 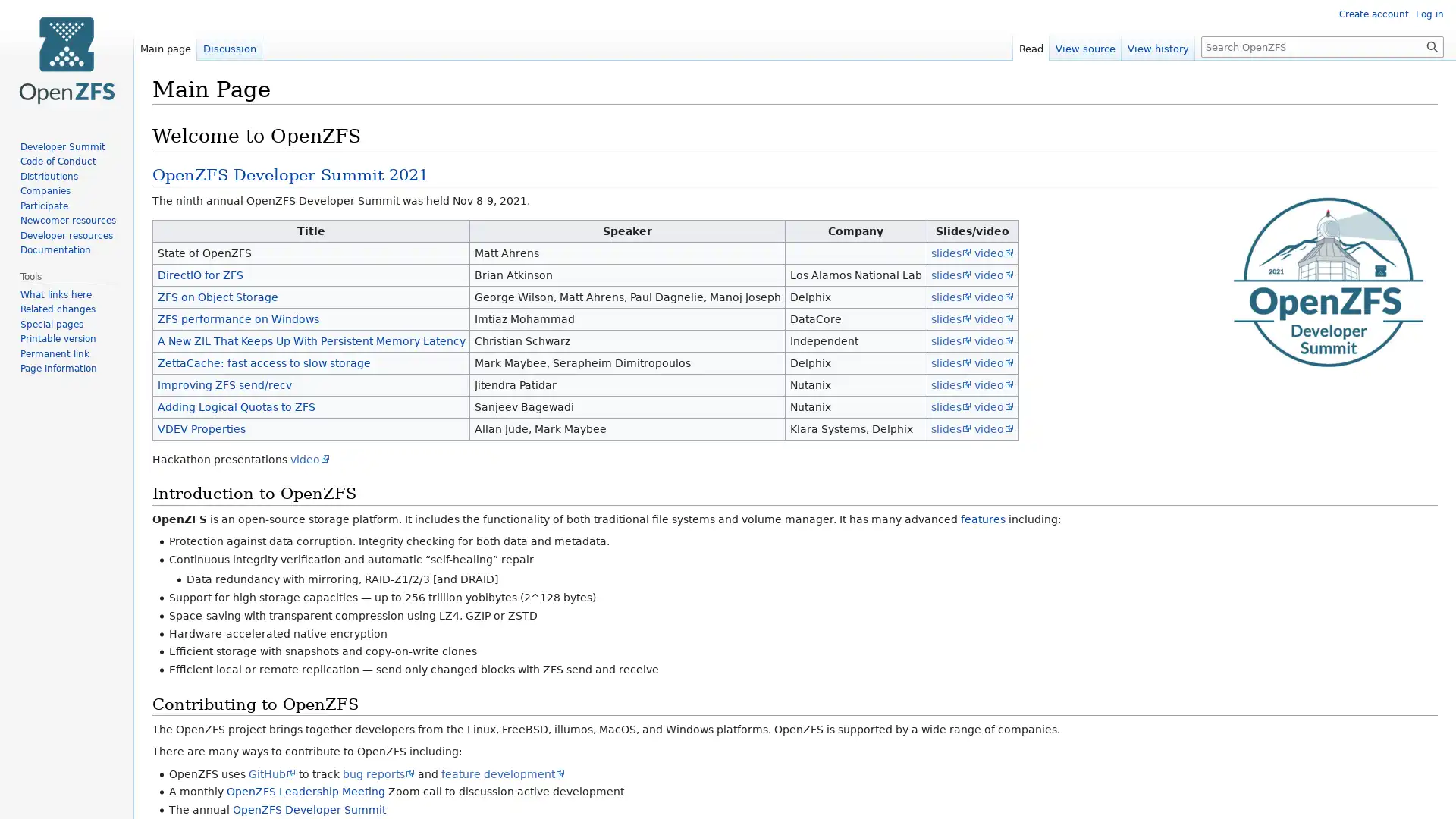 What do you see at coordinates (1432, 45) in the screenshot?
I see `Go` at bounding box center [1432, 45].